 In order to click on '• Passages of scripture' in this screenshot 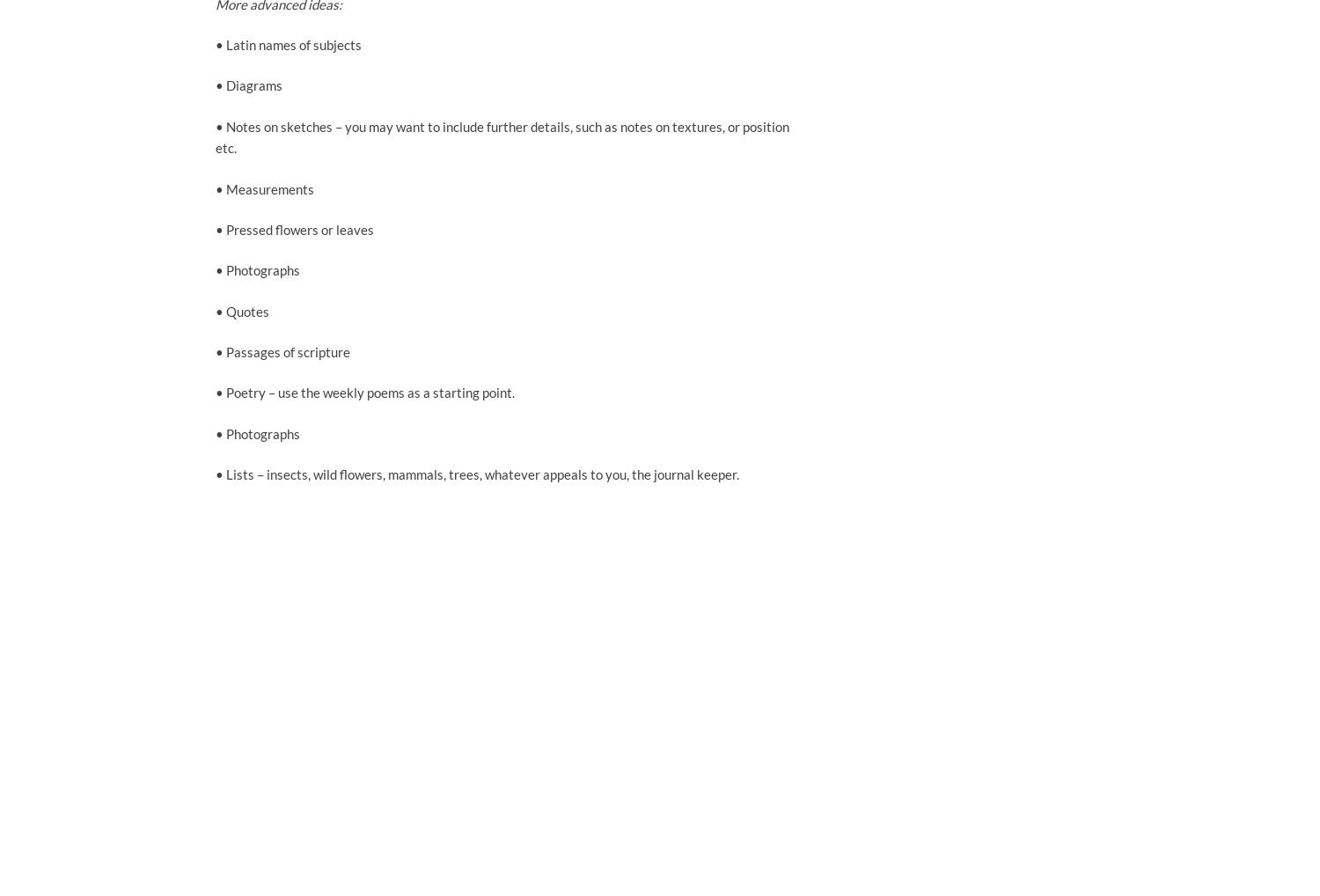, I will do `click(282, 351)`.